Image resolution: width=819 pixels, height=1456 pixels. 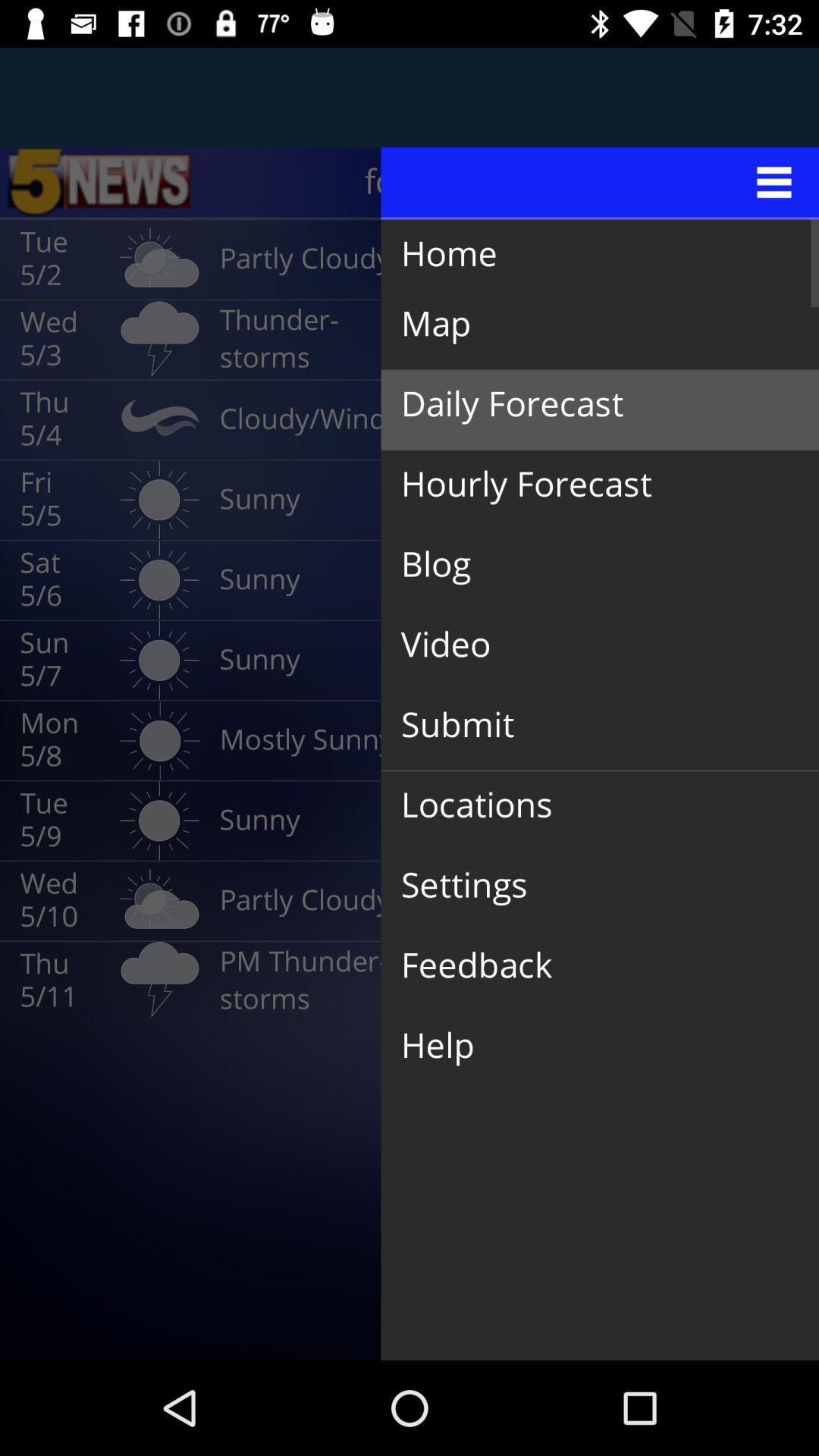 I want to click on the date_range icon, so click(x=99, y=182).